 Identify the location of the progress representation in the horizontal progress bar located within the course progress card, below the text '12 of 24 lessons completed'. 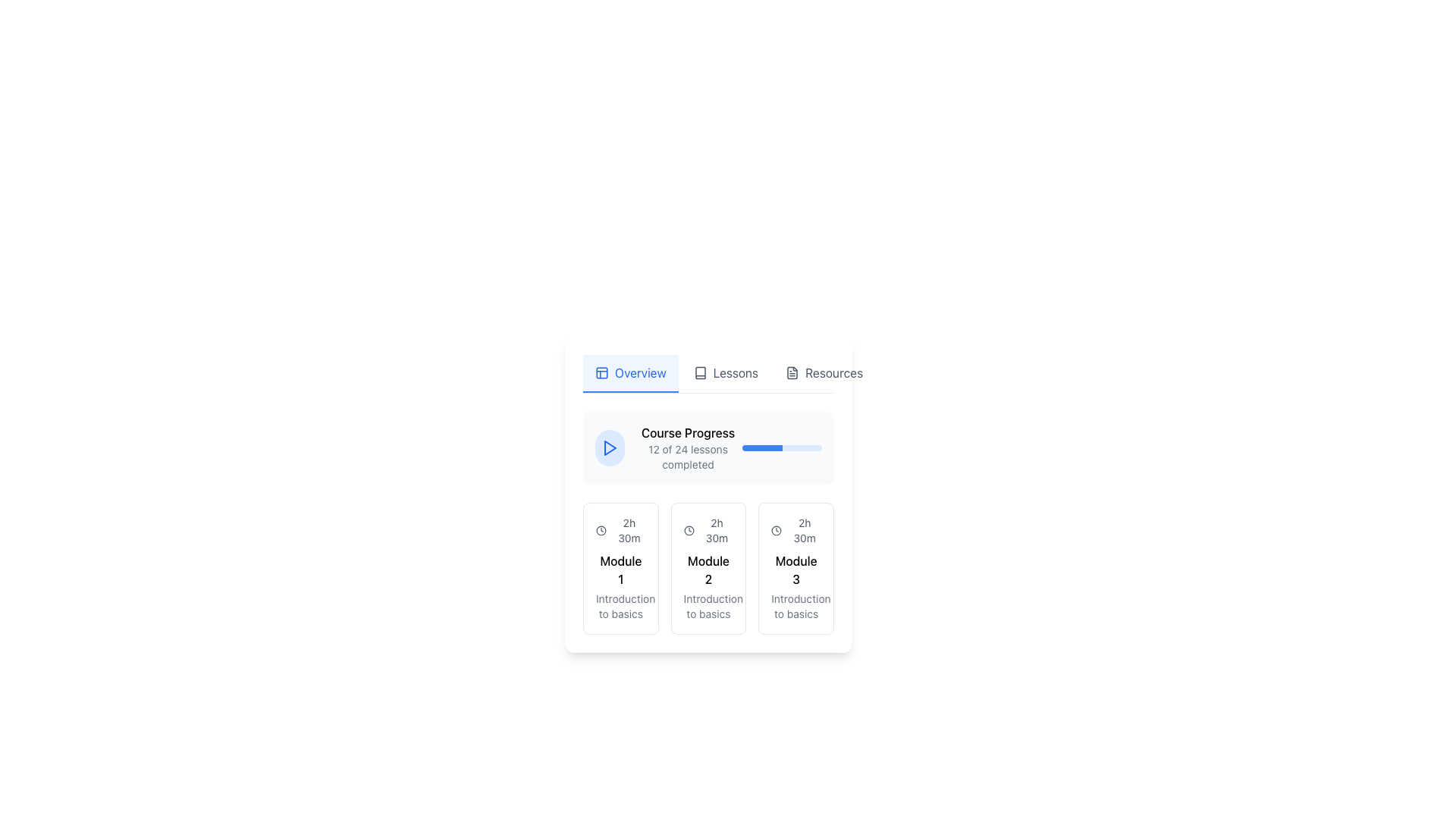
(782, 447).